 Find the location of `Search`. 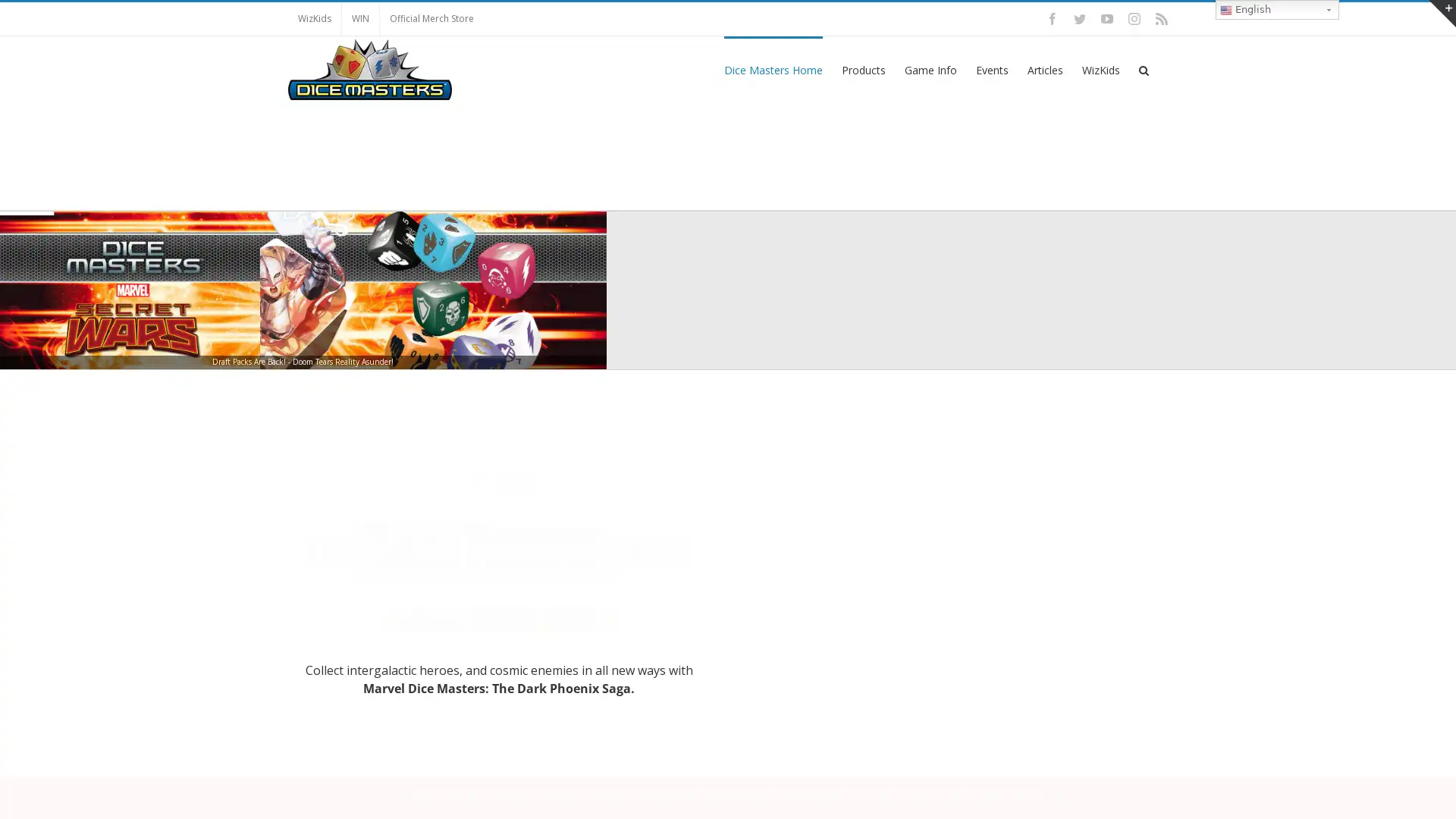

Search is located at coordinates (1144, 69).